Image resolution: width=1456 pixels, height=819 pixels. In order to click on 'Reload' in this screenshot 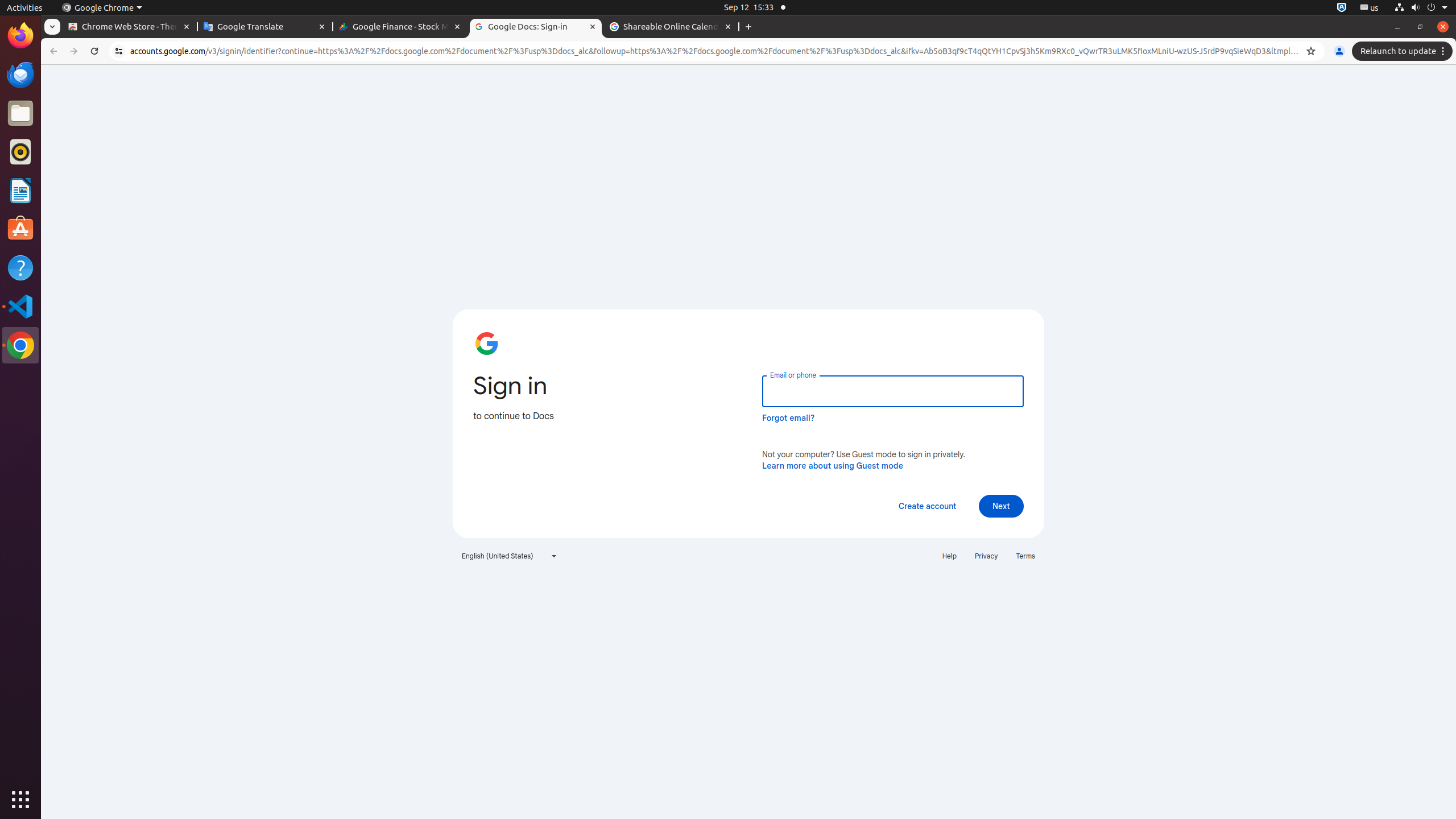, I will do `click(93, 51)`.